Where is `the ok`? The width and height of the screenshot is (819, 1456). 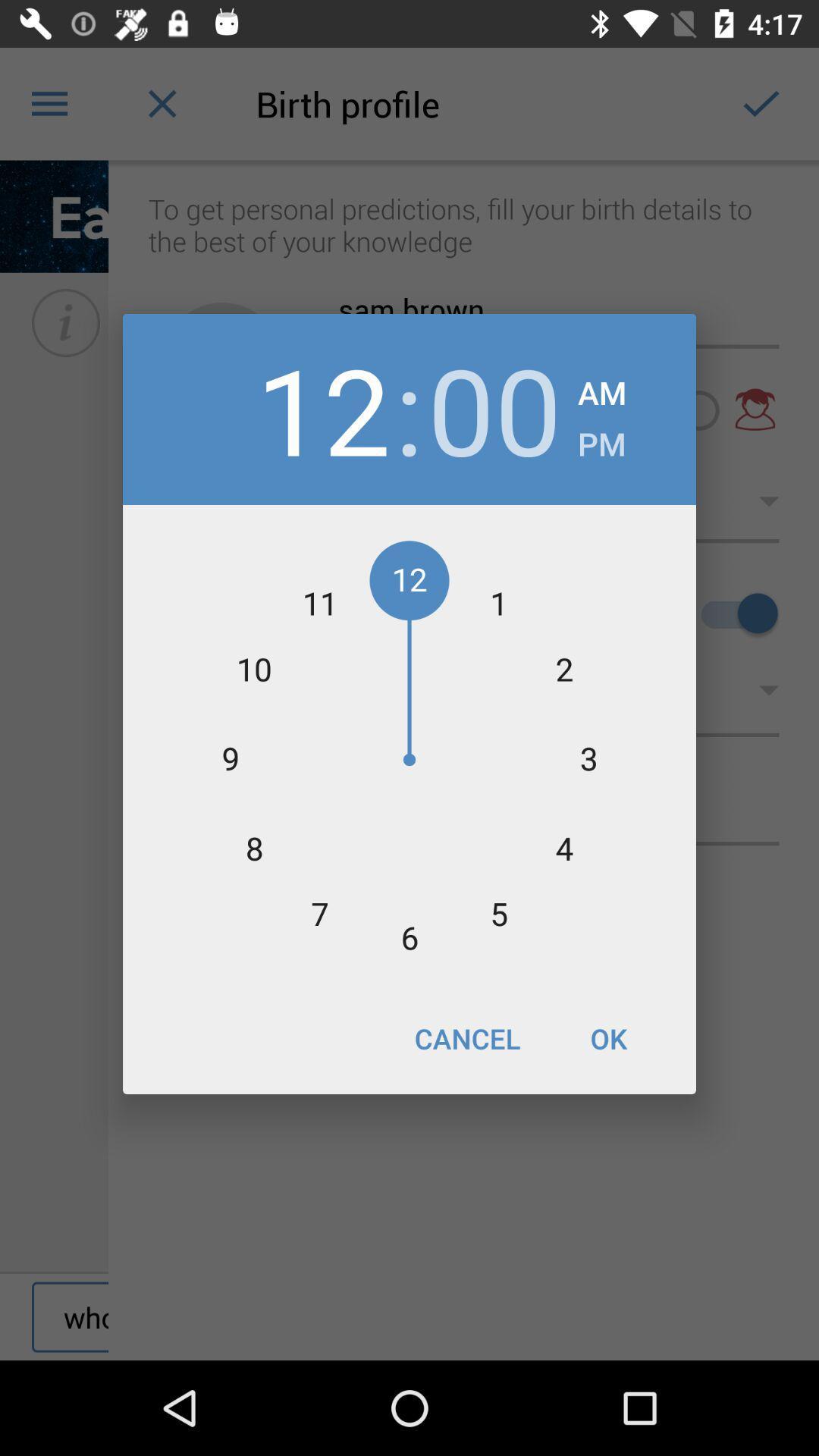 the ok is located at coordinates (607, 1037).